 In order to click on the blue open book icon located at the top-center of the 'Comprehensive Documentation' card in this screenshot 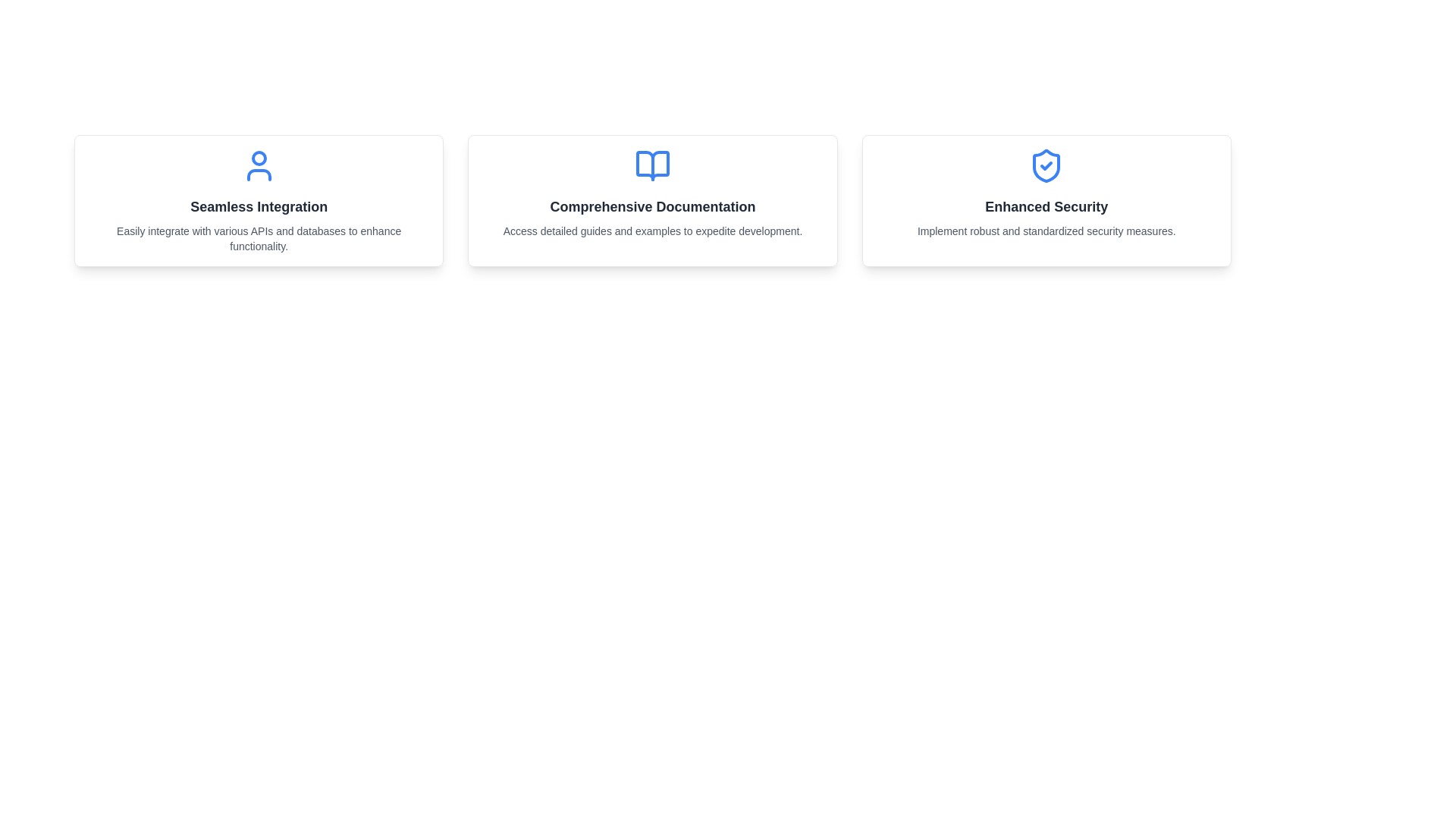, I will do `click(652, 166)`.